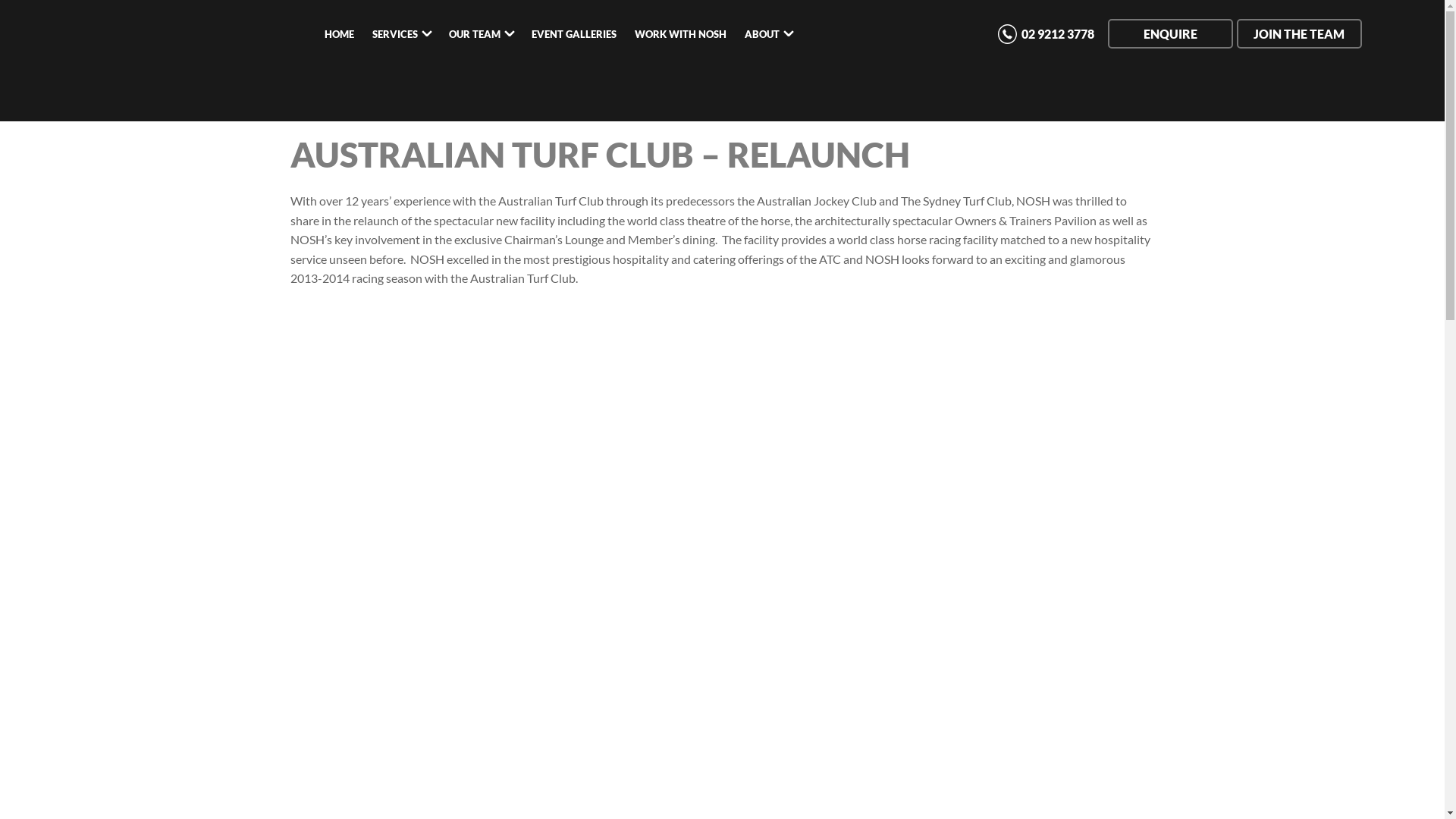 The height and width of the screenshot is (819, 1456). What do you see at coordinates (679, 34) in the screenshot?
I see `'WORK WITH NOSH'` at bounding box center [679, 34].